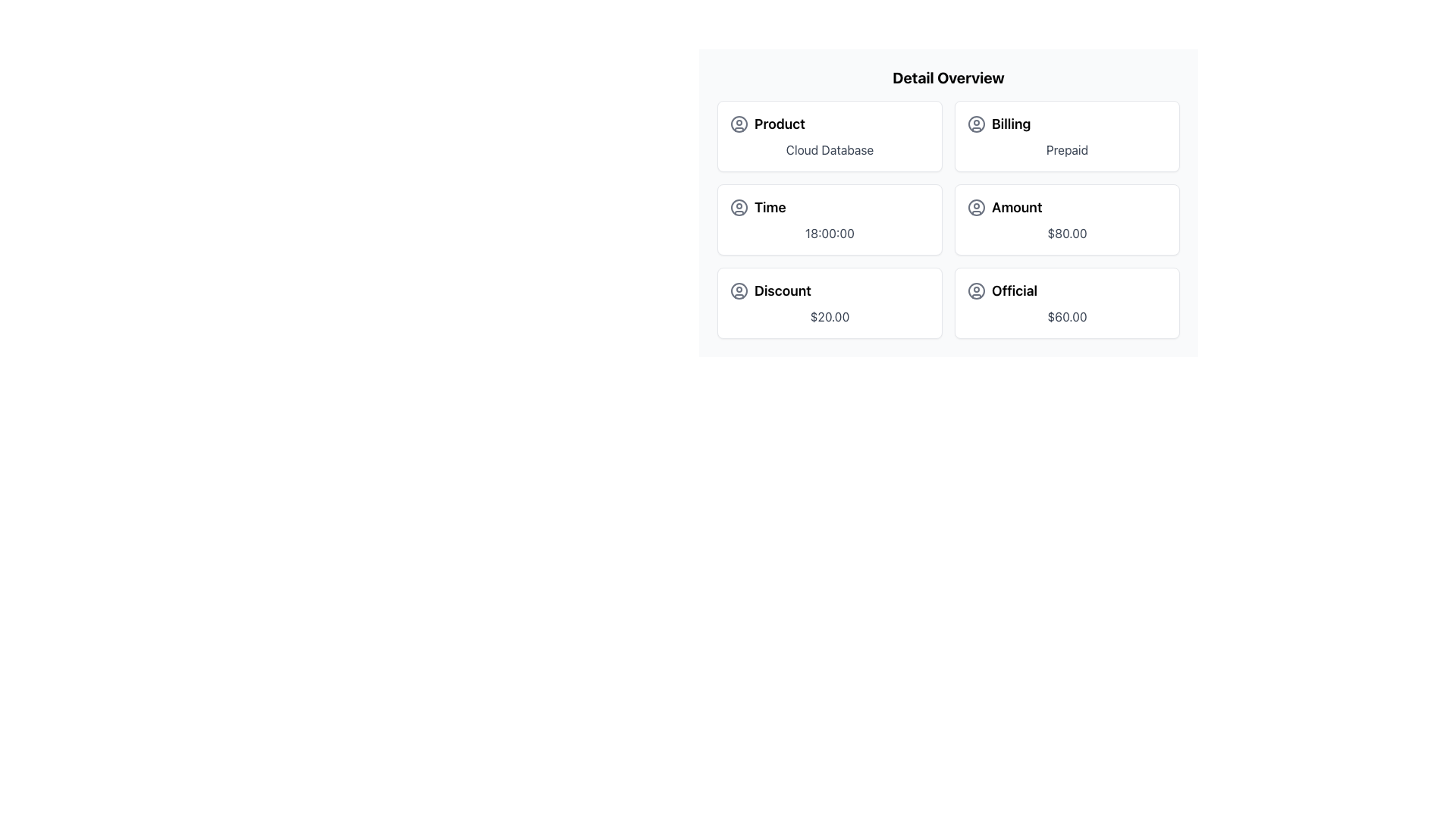 The height and width of the screenshot is (819, 1456). What do you see at coordinates (770, 207) in the screenshot?
I see `the 'Time' label, which is a bold text label clearly visible against a white background, located in the second box of a two-column grid layout, to the right of a user profile icon` at bounding box center [770, 207].